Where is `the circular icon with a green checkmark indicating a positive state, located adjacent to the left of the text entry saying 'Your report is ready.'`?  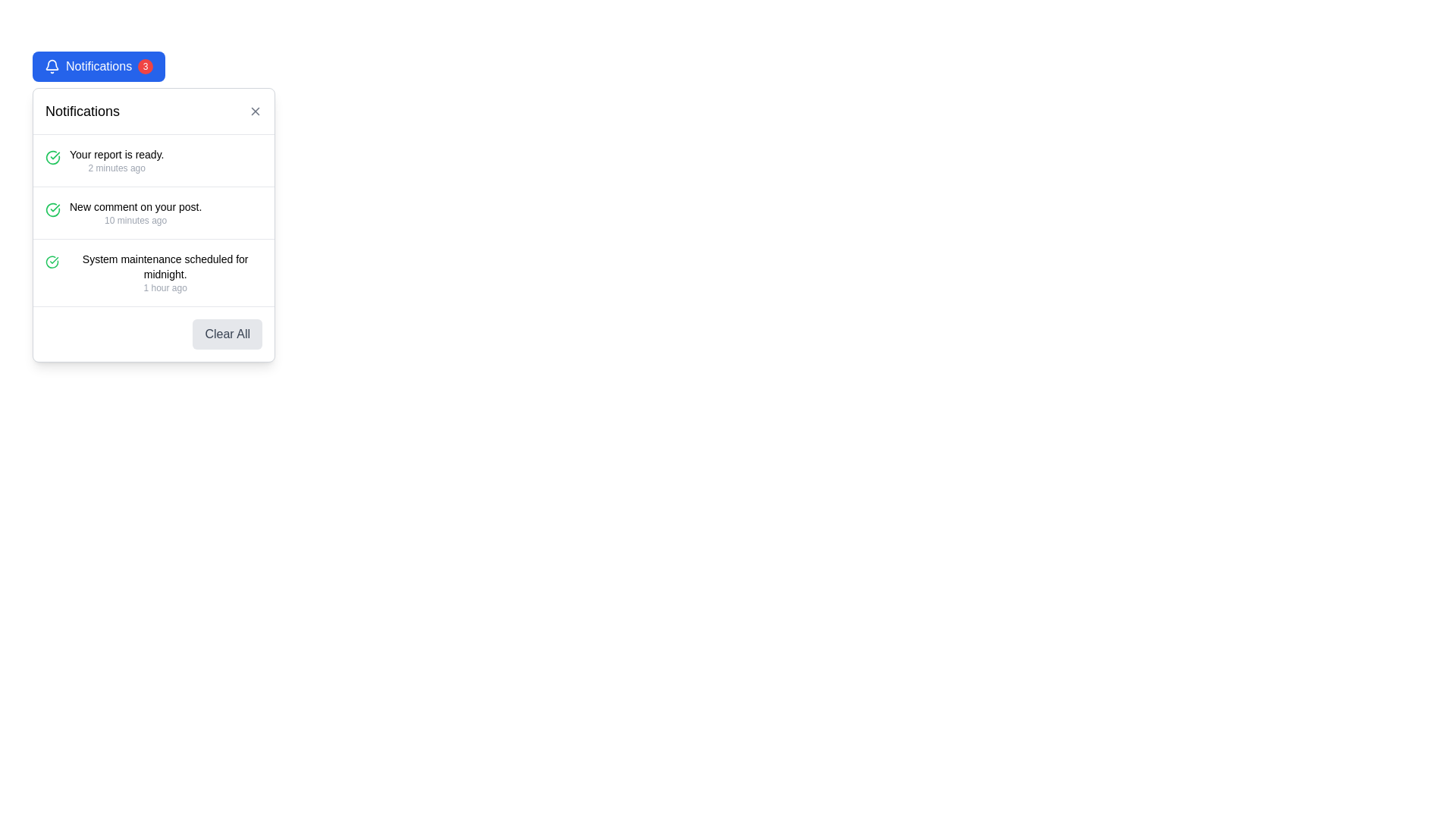 the circular icon with a green checkmark indicating a positive state, located adjacent to the left of the text entry saying 'Your report is ready.' is located at coordinates (53, 158).